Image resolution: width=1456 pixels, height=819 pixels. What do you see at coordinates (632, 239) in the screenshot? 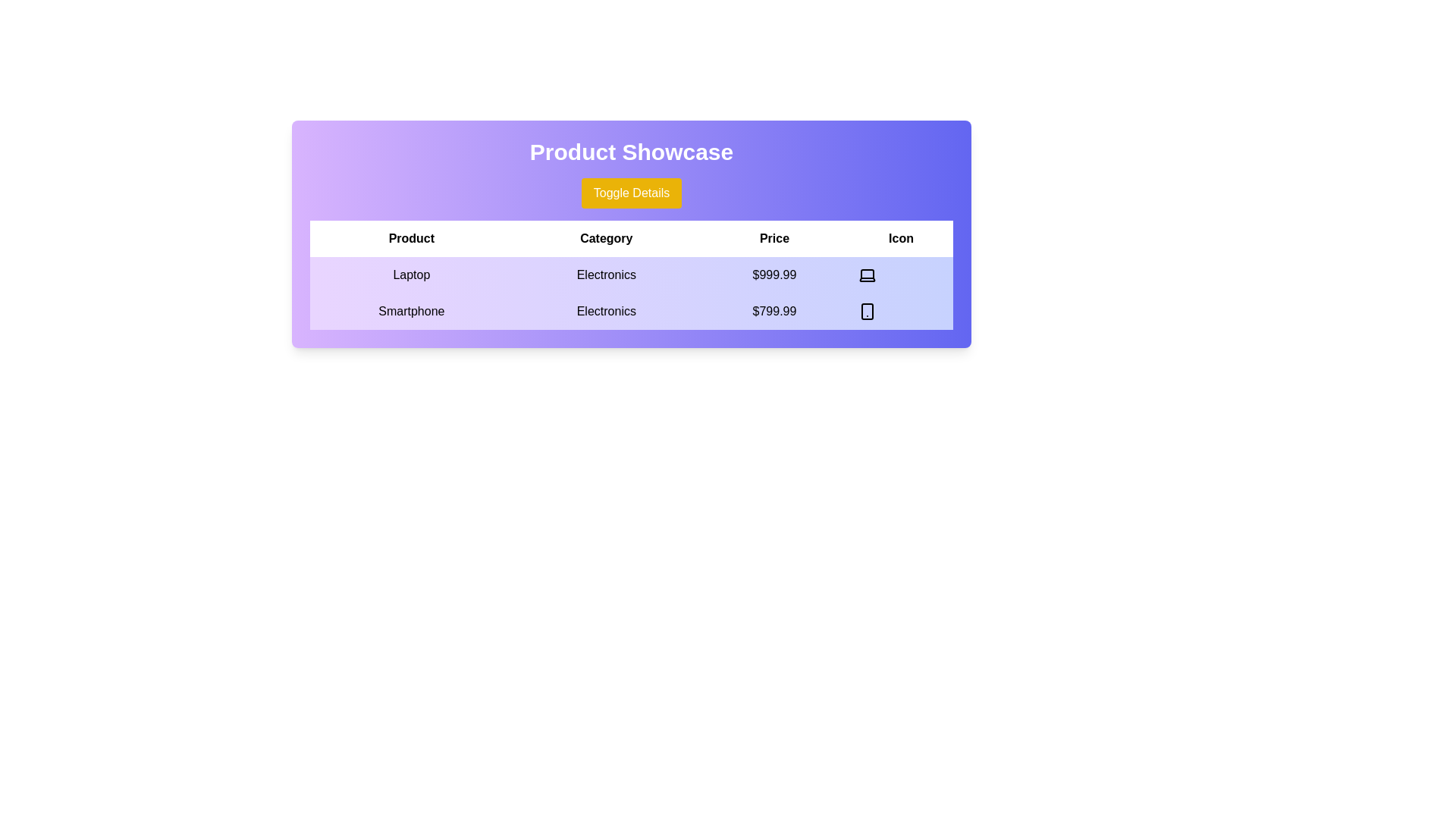
I see `text of the 'Category' column header, which is the second header in the top row of a table, located between the 'Product' and 'Price' headers` at bounding box center [632, 239].